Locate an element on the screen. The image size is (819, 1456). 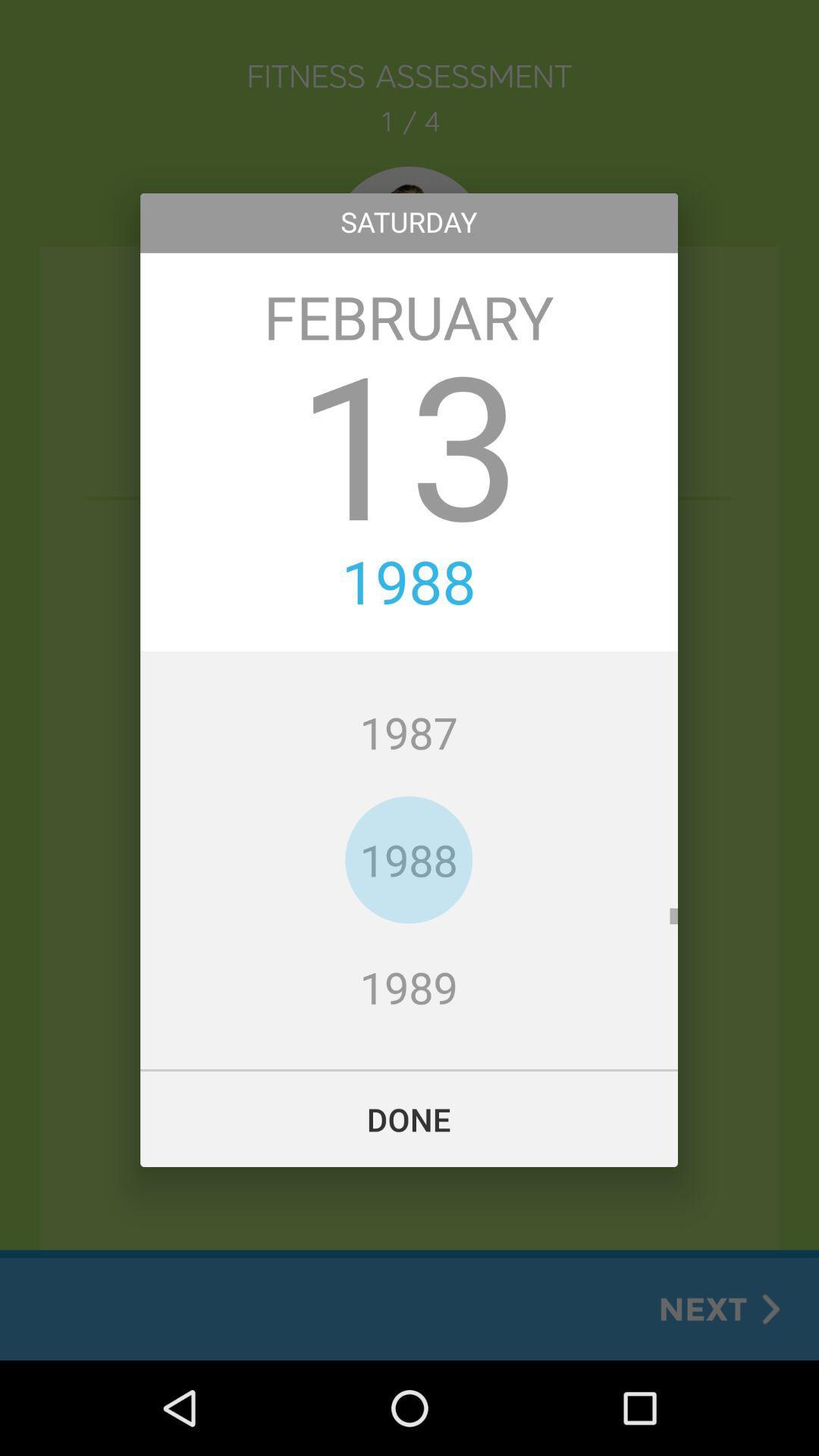
done item is located at coordinates (408, 1119).